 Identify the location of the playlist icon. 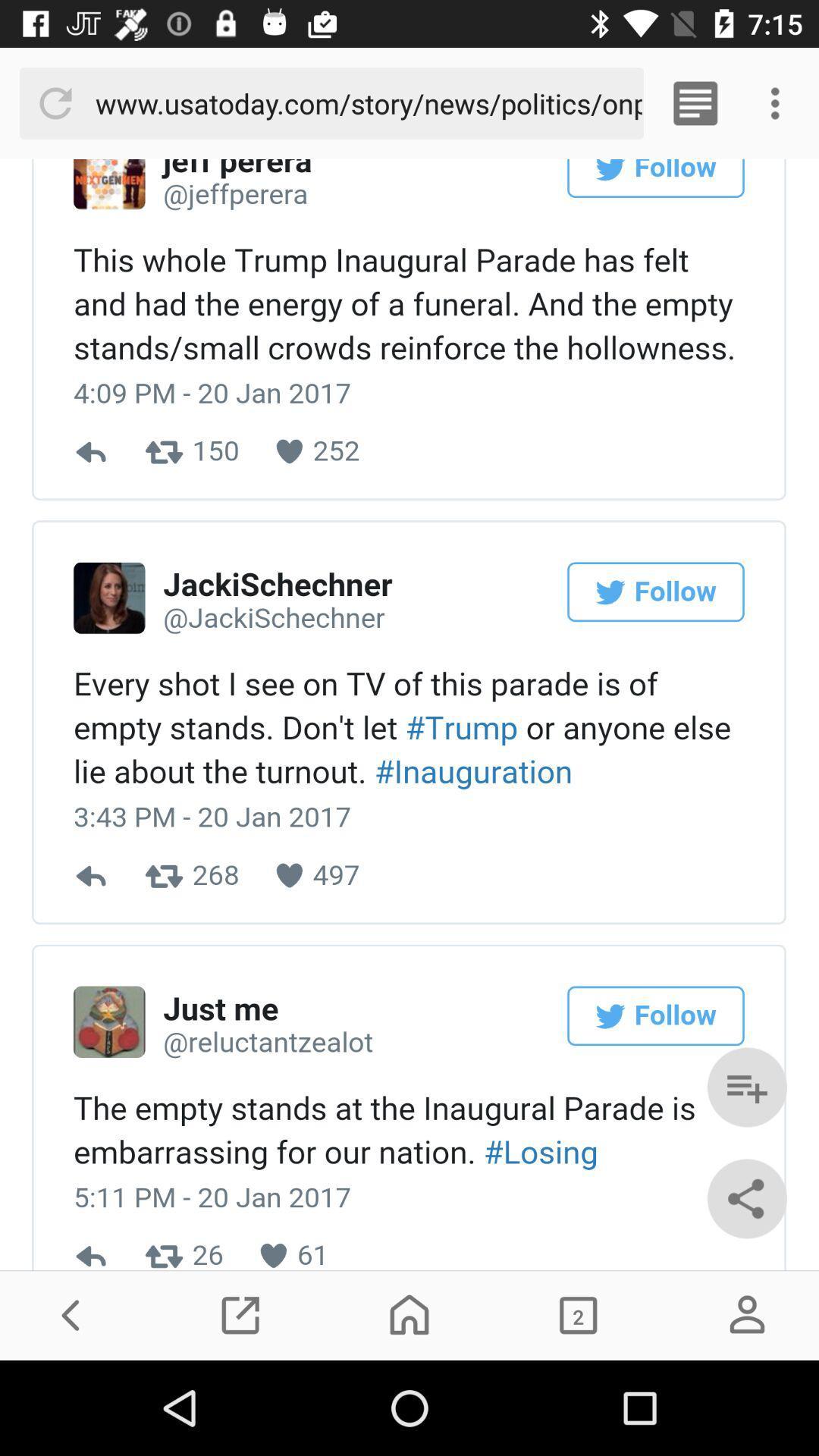
(746, 1087).